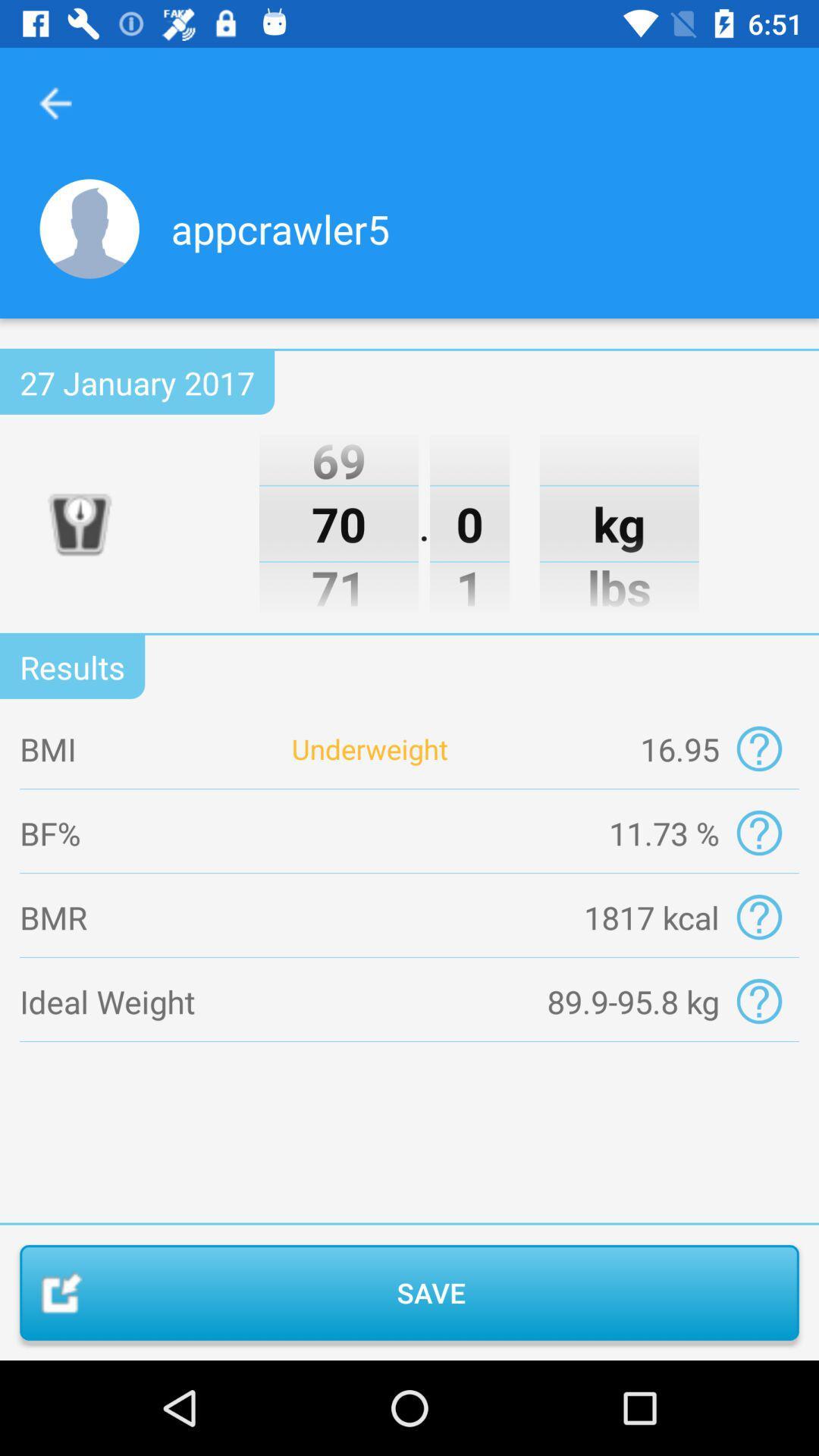 The width and height of the screenshot is (819, 1456). I want to click on request information, so click(759, 916).